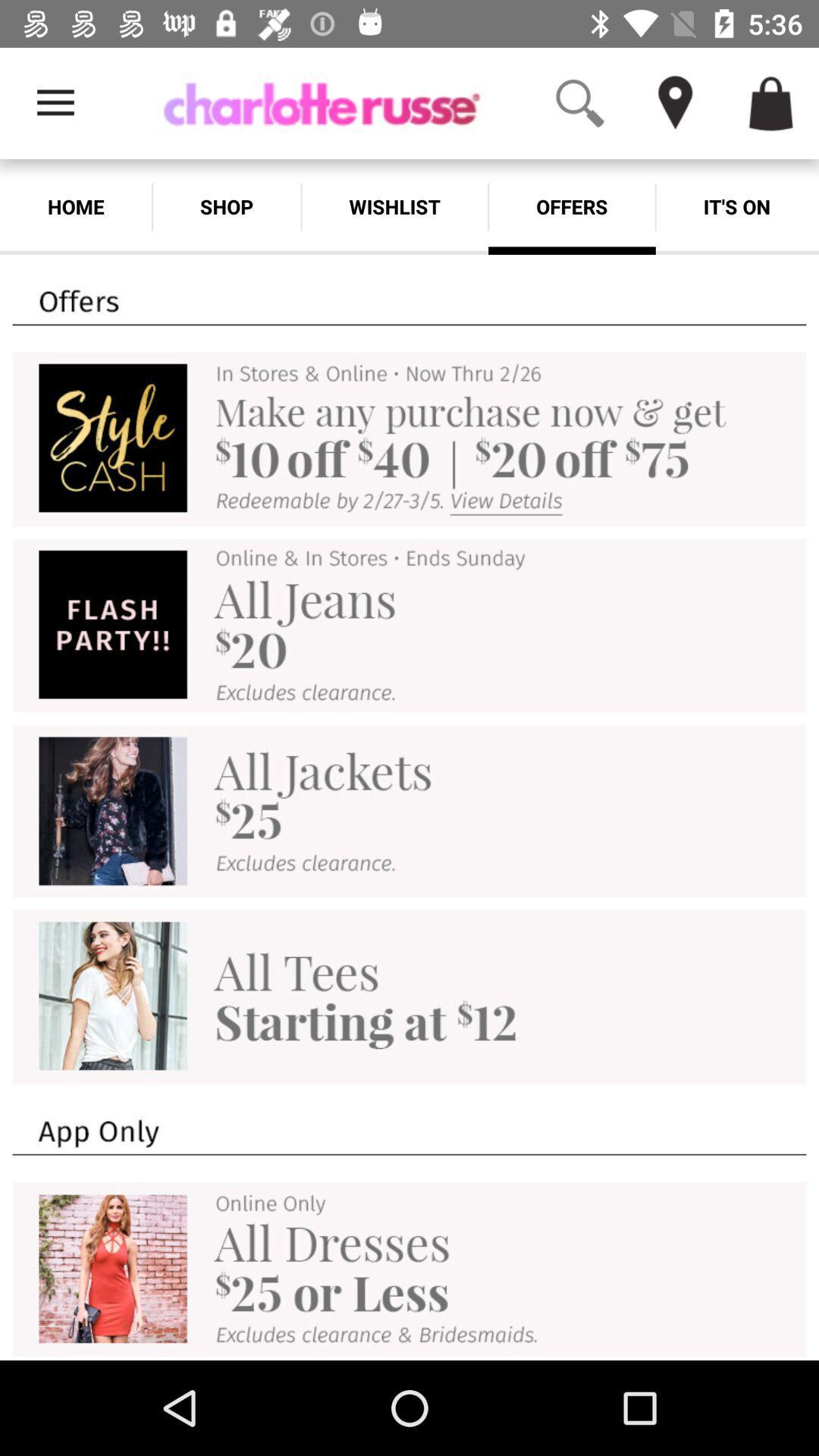 The width and height of the screenshot is (819, 1456). Describe the element at coordinates (394, 206) in the screenshot. I see `icon to the left of the offers item` at that location.